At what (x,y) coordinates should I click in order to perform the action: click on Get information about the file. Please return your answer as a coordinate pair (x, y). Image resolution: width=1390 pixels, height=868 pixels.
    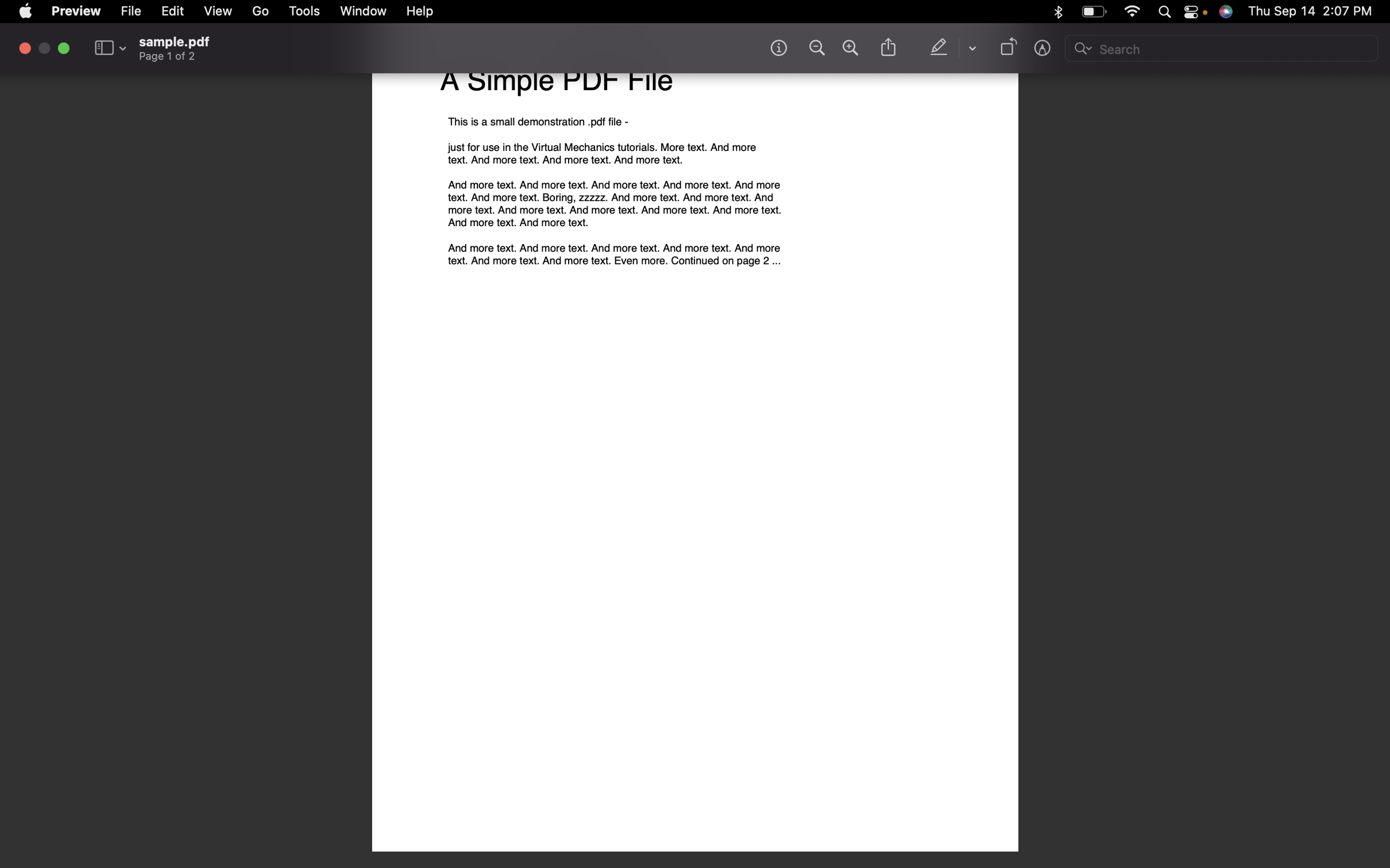
    Looking at the image, I should click on (778, 46).